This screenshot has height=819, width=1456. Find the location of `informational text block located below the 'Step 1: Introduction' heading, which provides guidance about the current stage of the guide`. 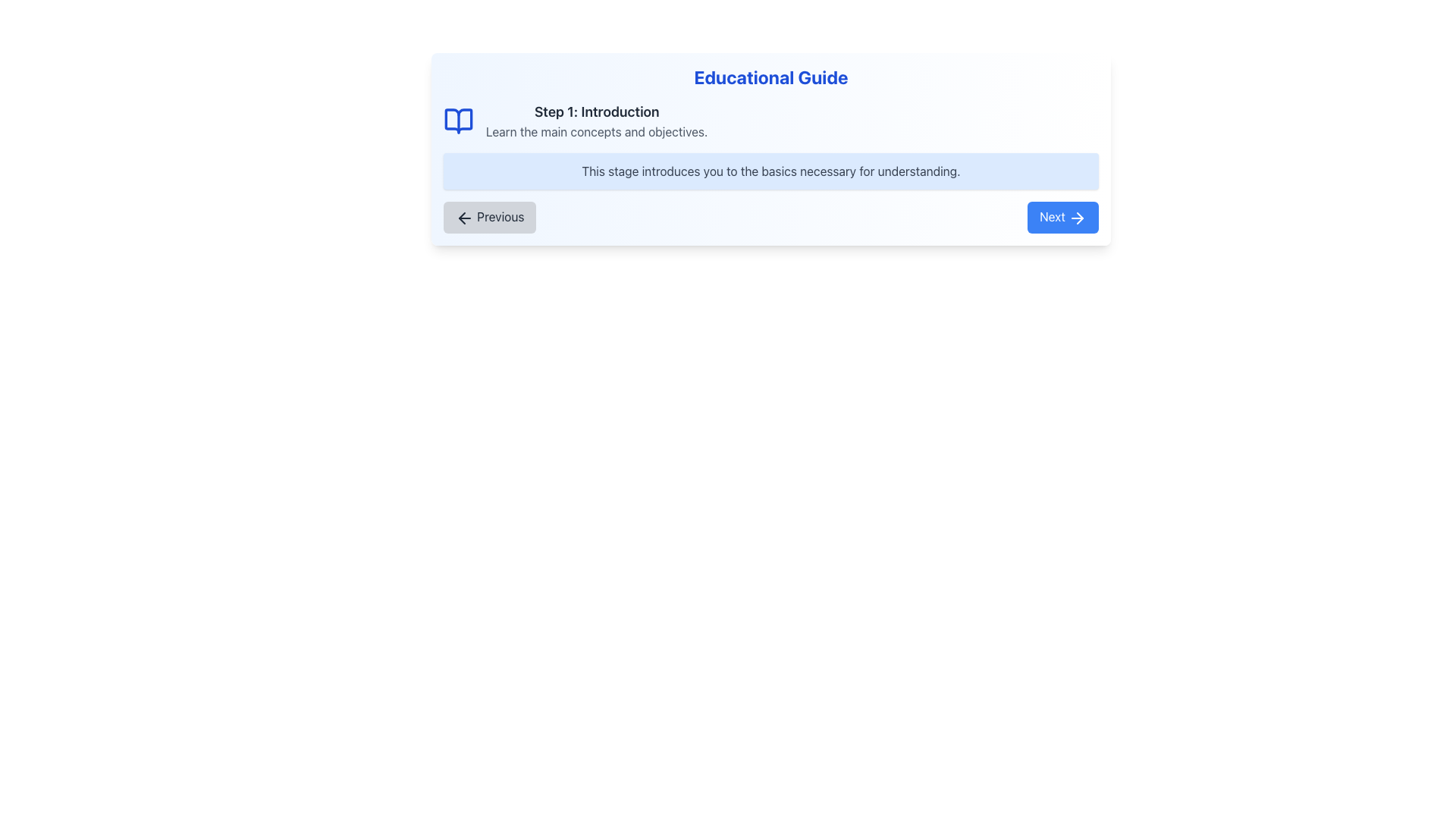

informational text block located below the 'Step 1: Introduction' heading, which provides guidance about the current stage of the guide is located at coordinates (771, 171).